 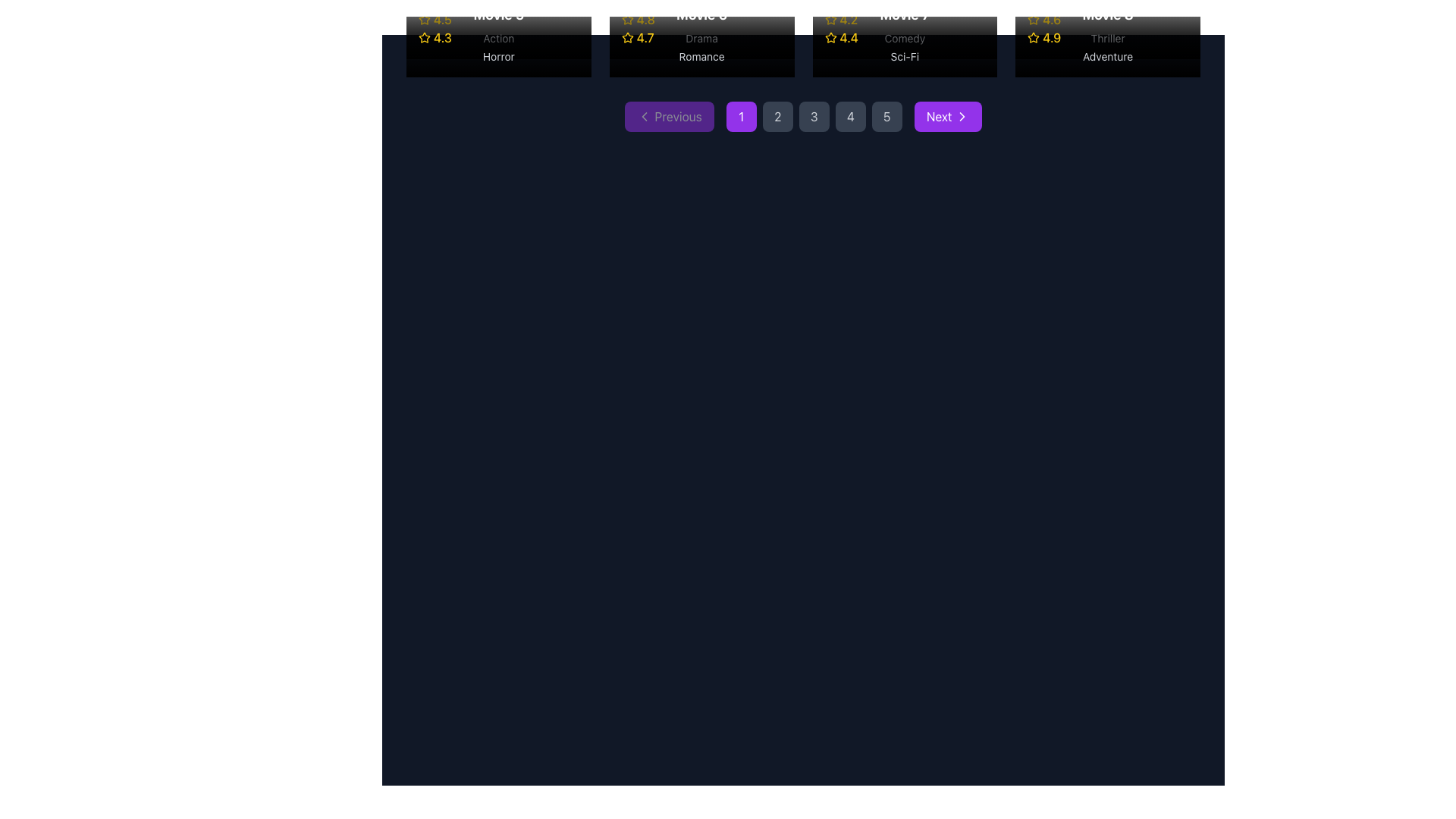 I want to click on rating value from the Rating indicator located below the title 'Movie 8' and above the genre label 'Adventure' in the card layout, so click(x=1108, y=37).